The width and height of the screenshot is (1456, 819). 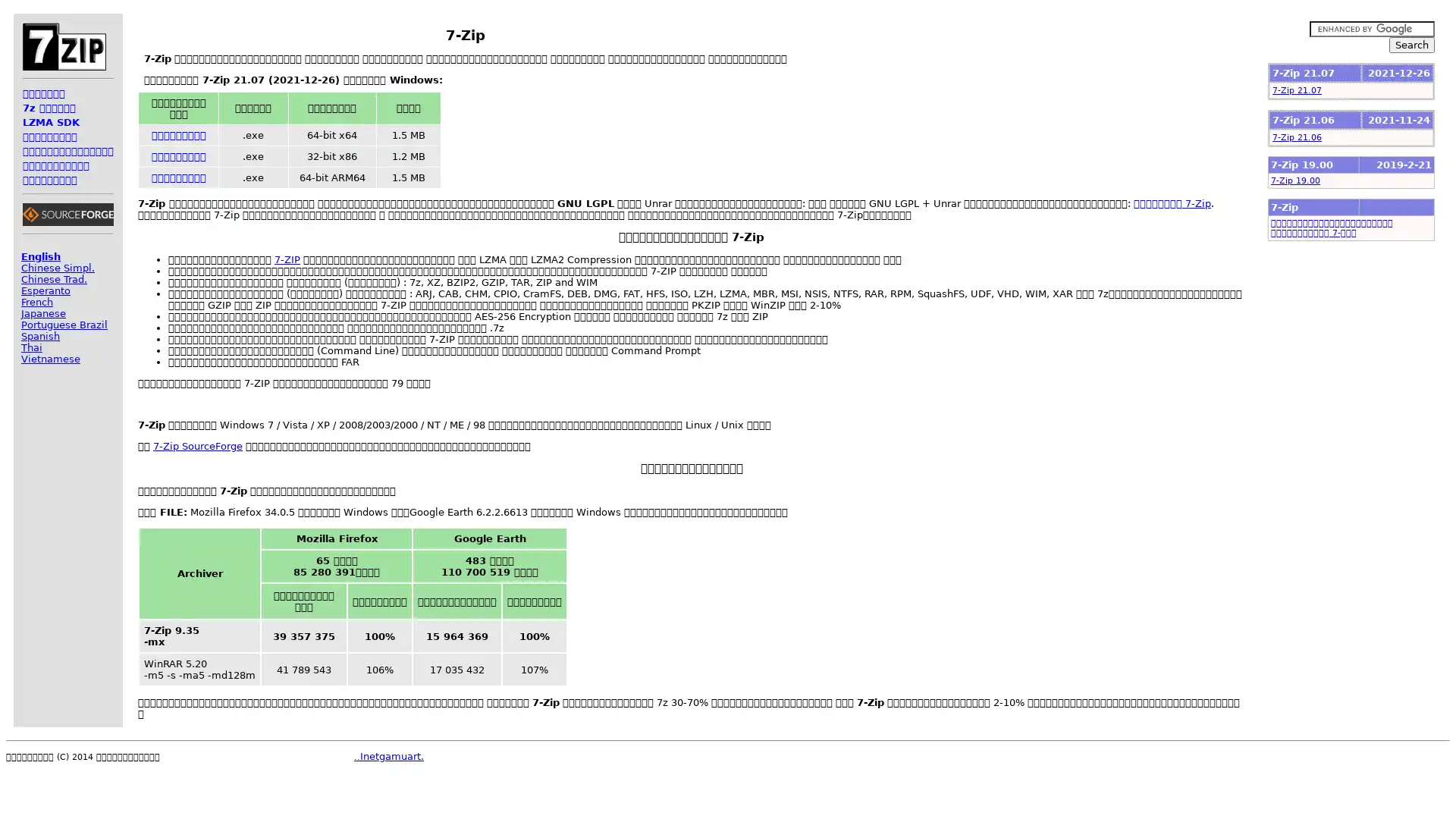 What do you see at coordinates (1411, 44) in the screenshot?
I see `Search` at bounding box center [1411, 44].